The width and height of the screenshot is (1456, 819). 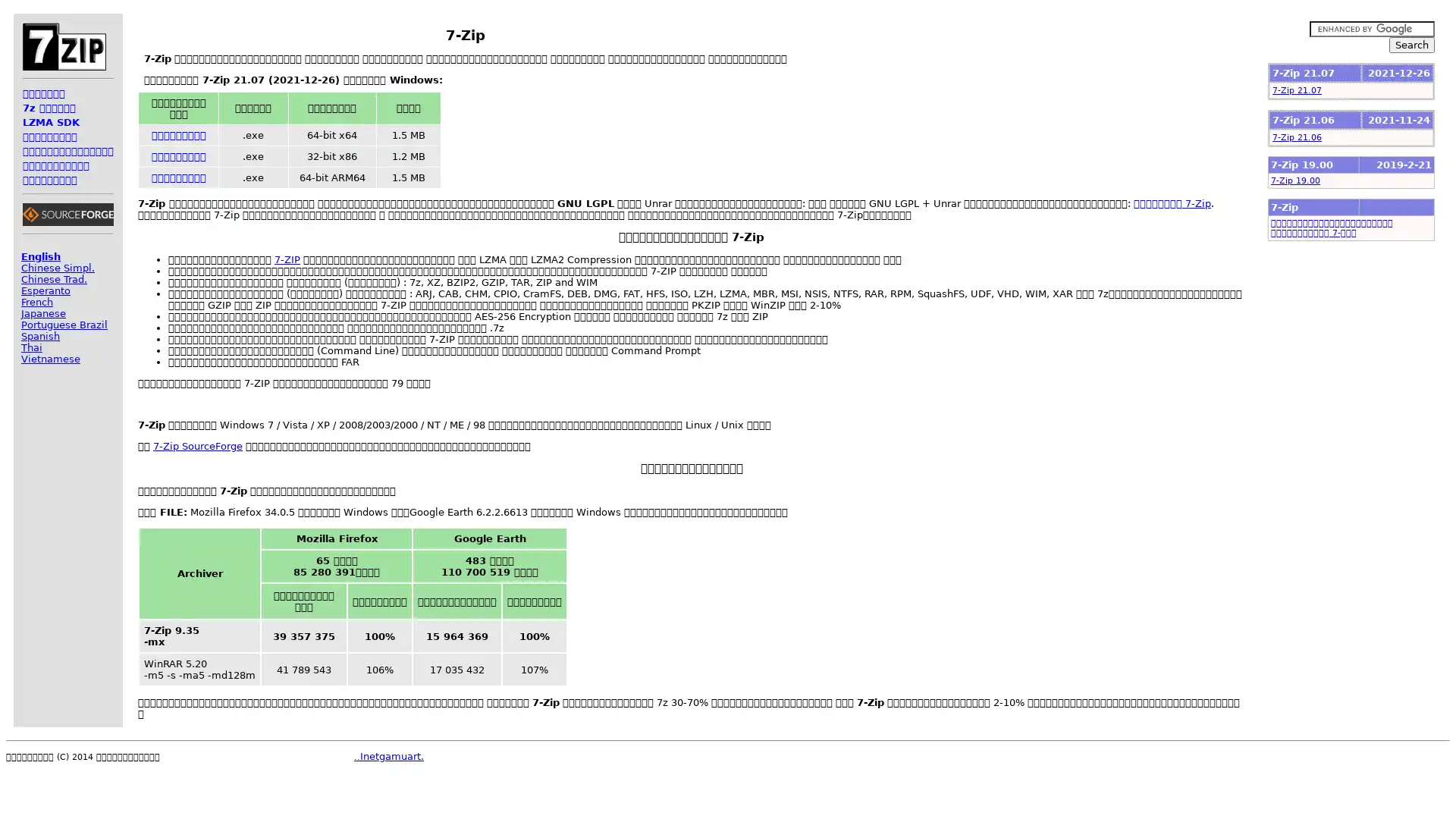 What do you see at coordinates (1411, 44) in the screenshot?
I see `Search` at bounding box center [1411, 44].